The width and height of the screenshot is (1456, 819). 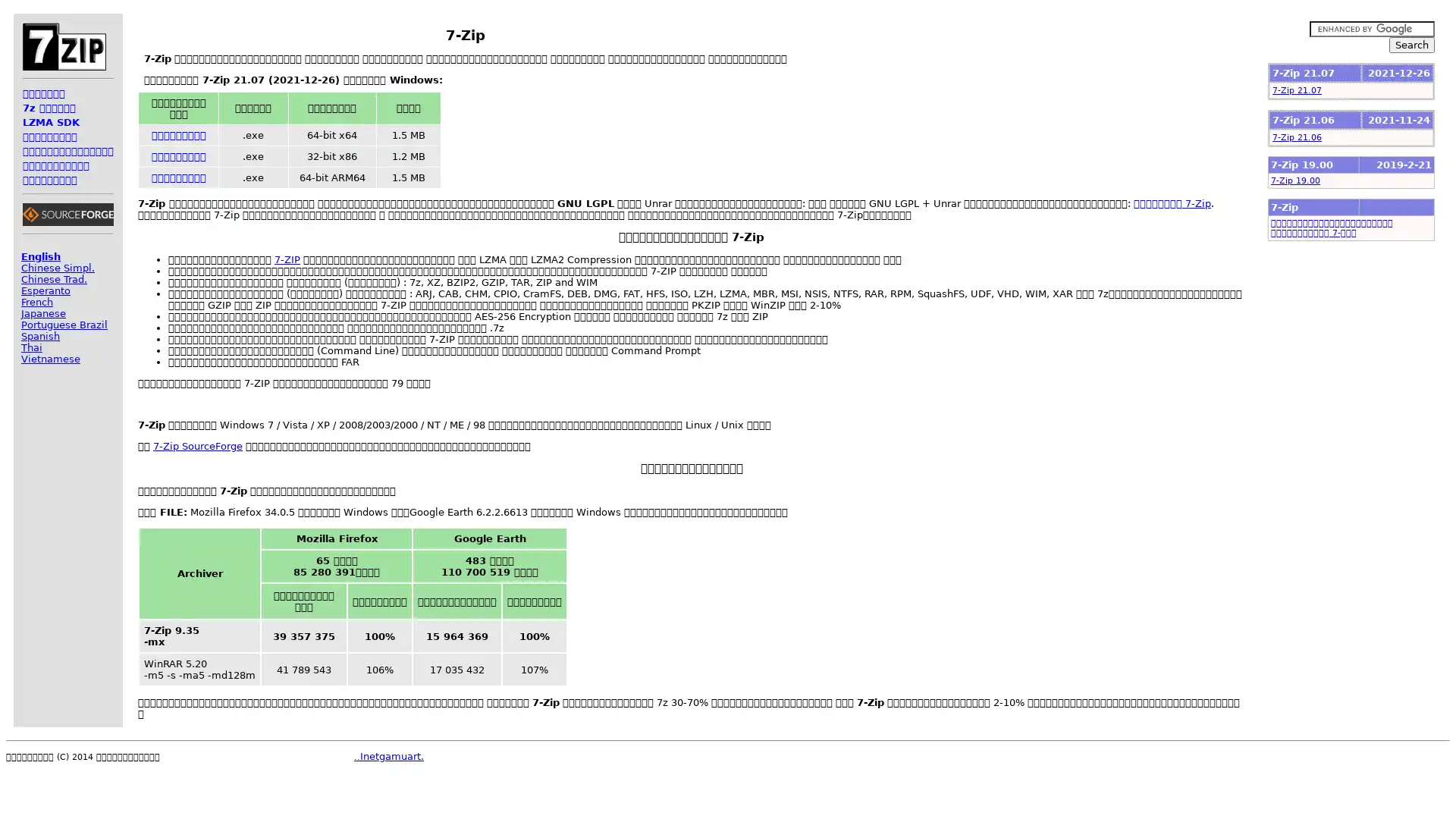 What do you see at coordinates (1411, 44) in the screenshot?
I see `Search` at bounding box center [1411, 44].